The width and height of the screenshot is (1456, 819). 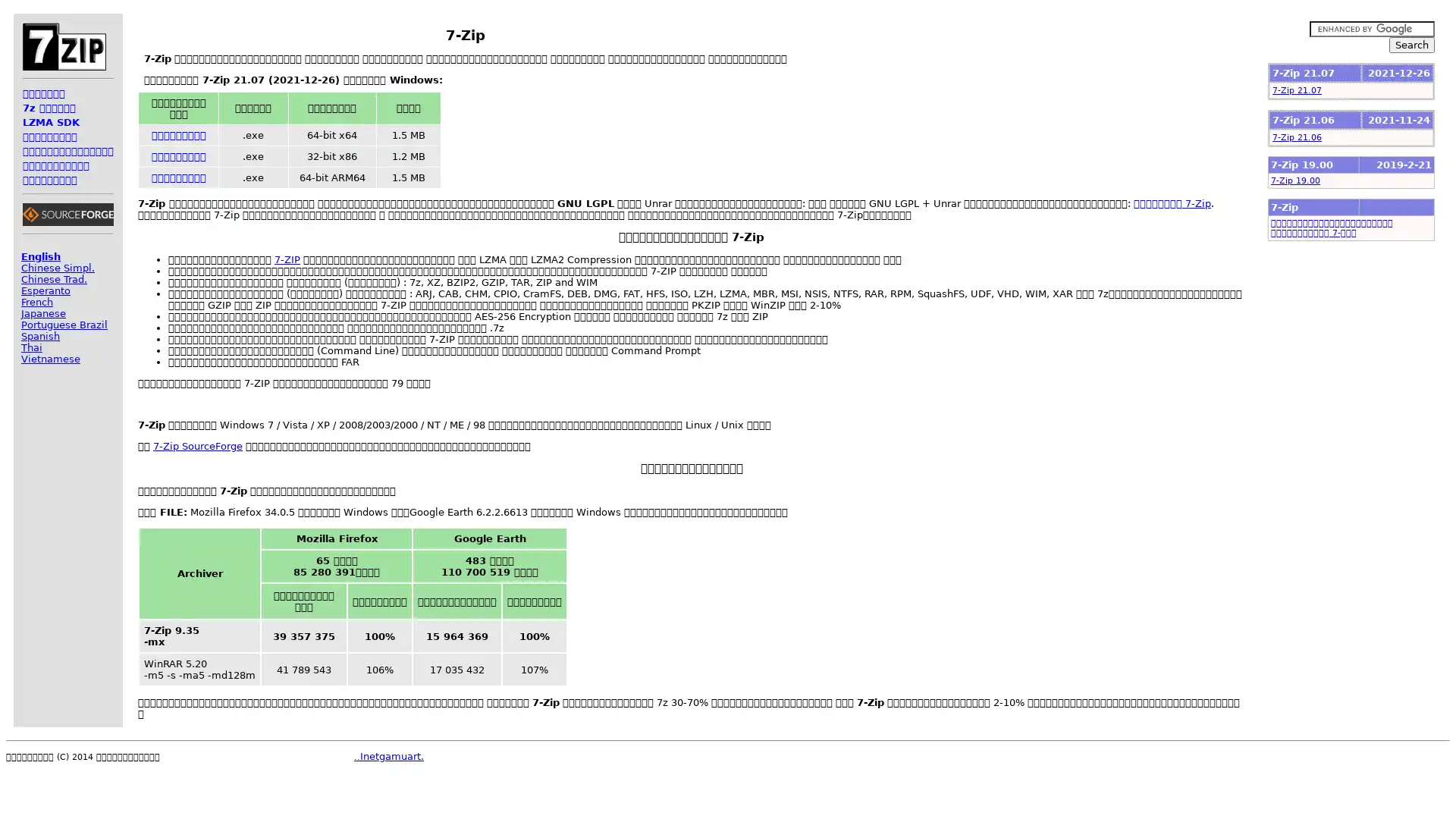 What do you see at coordinates (1411, 44) in the screenshot?
I see `Search` at bounding box center [1411, 44].